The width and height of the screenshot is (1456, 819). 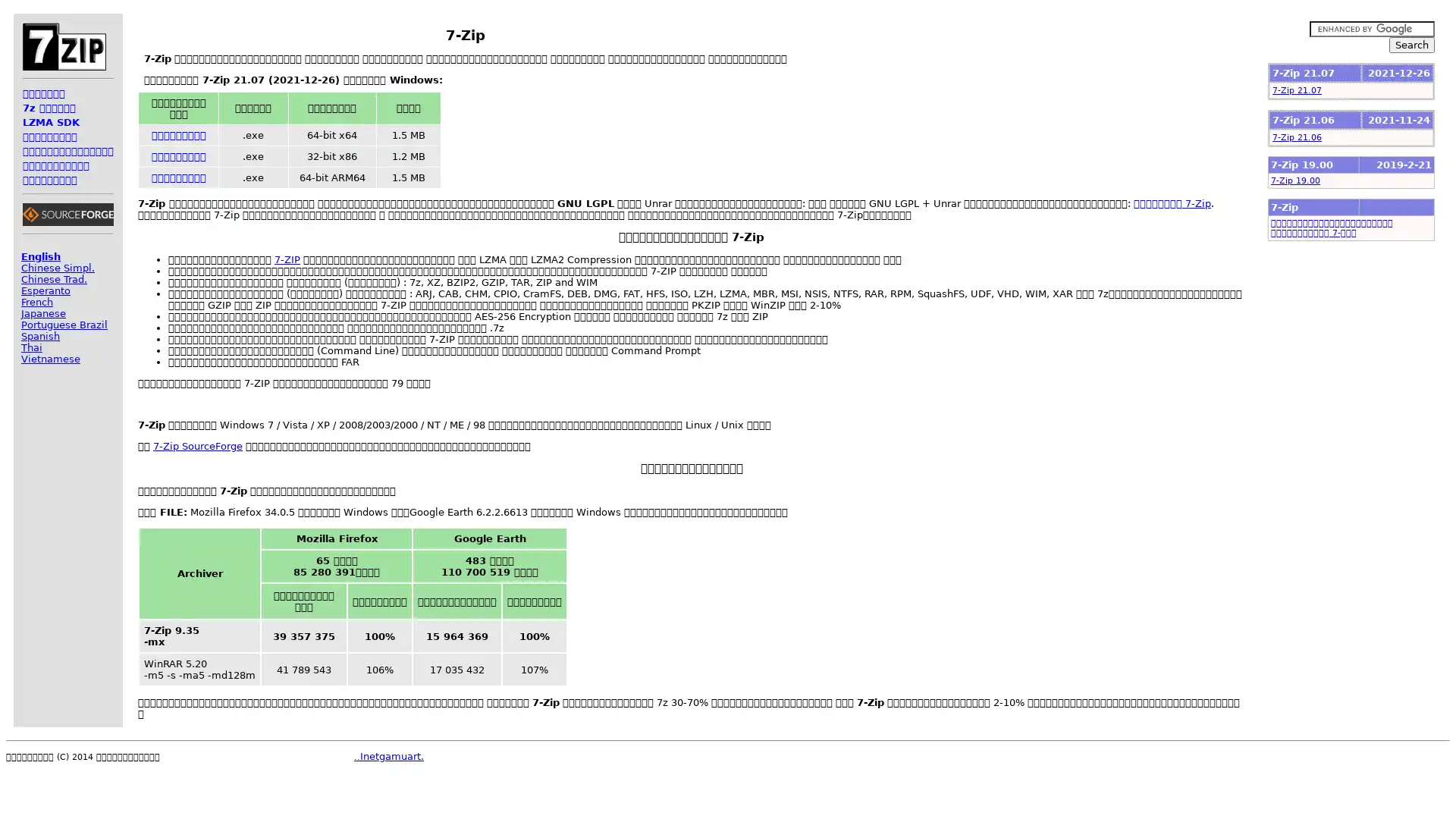 What do you see at coordinates (1411, 44) in the screenshot?
I see `Search` at bounding box center [1411, 44].